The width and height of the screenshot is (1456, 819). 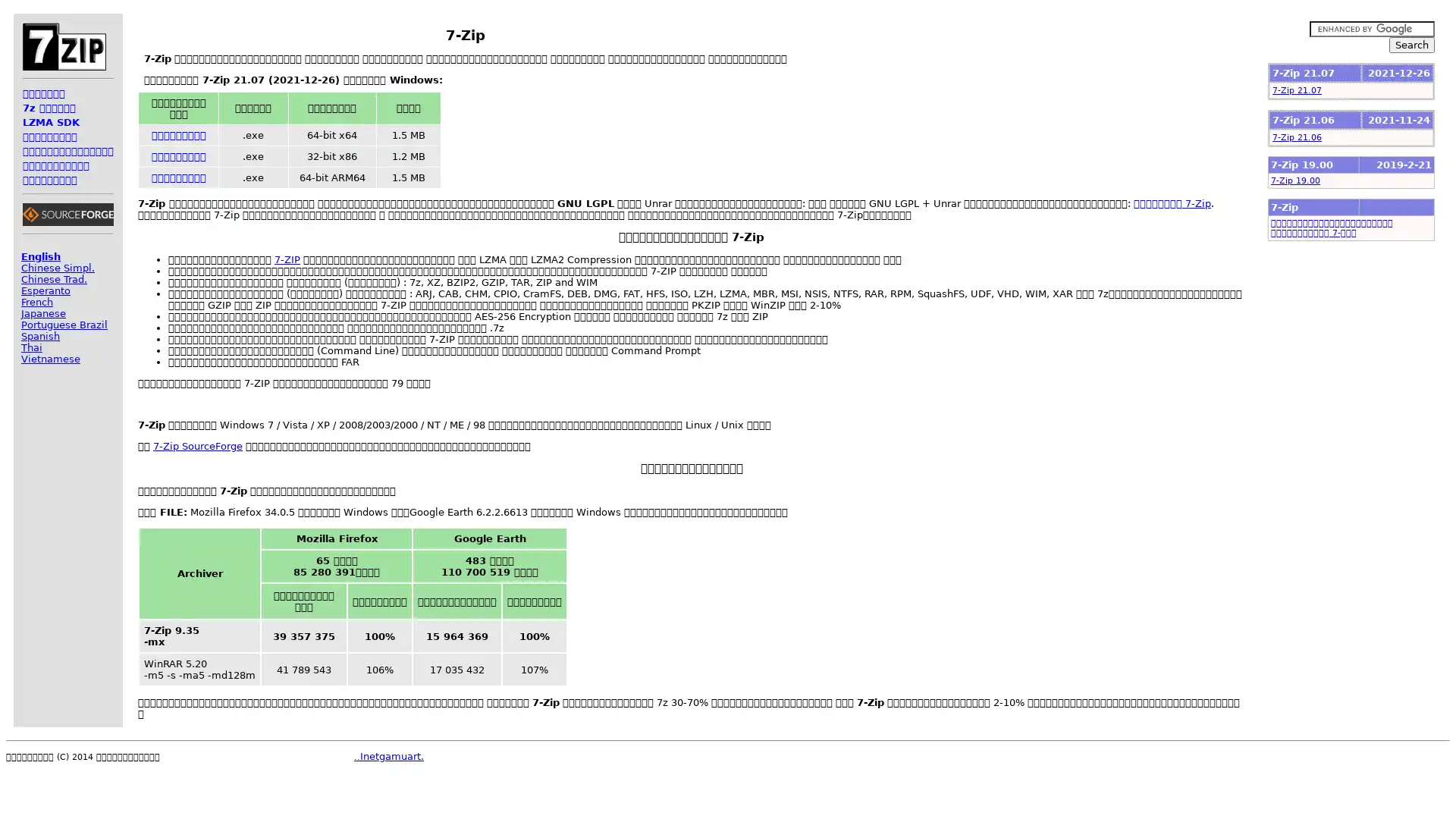 What do you see at coordinates (1411, 44) in the screenshot?
I see `Search` at bounding box center [1411, 44].